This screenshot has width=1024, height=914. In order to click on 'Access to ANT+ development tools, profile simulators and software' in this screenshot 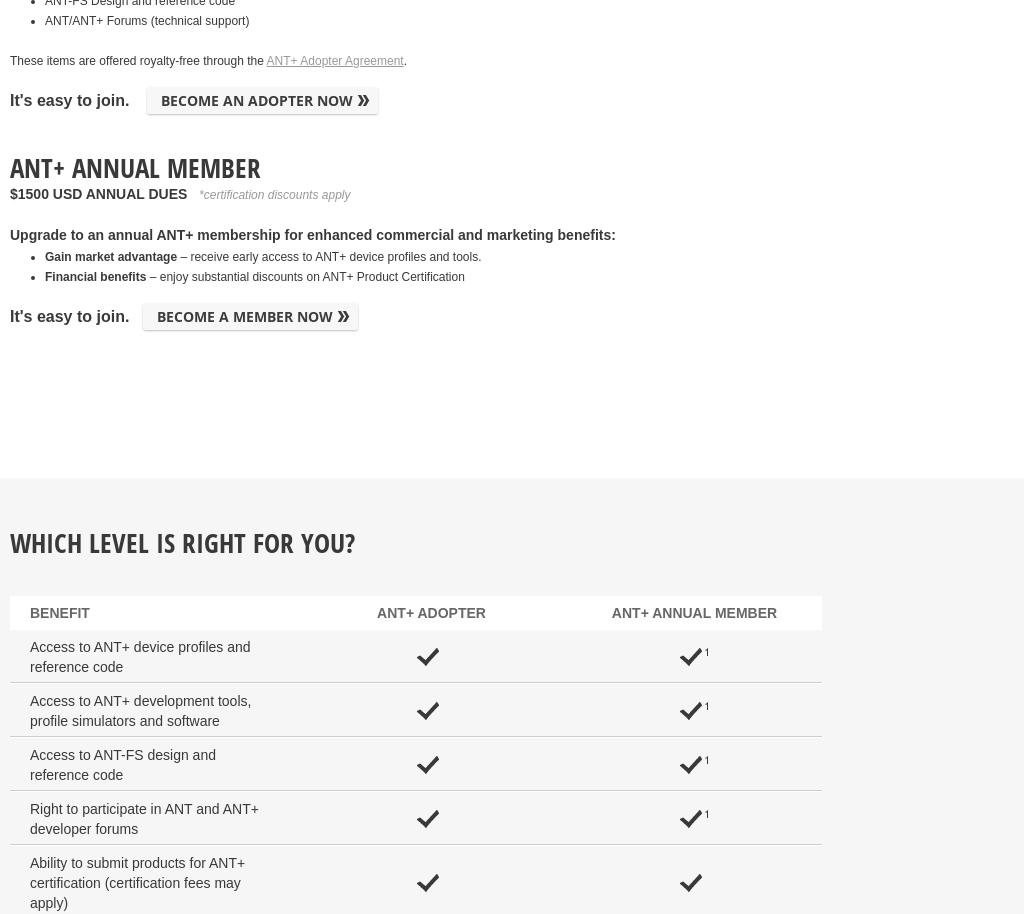, I will do `click(30, 710)`.